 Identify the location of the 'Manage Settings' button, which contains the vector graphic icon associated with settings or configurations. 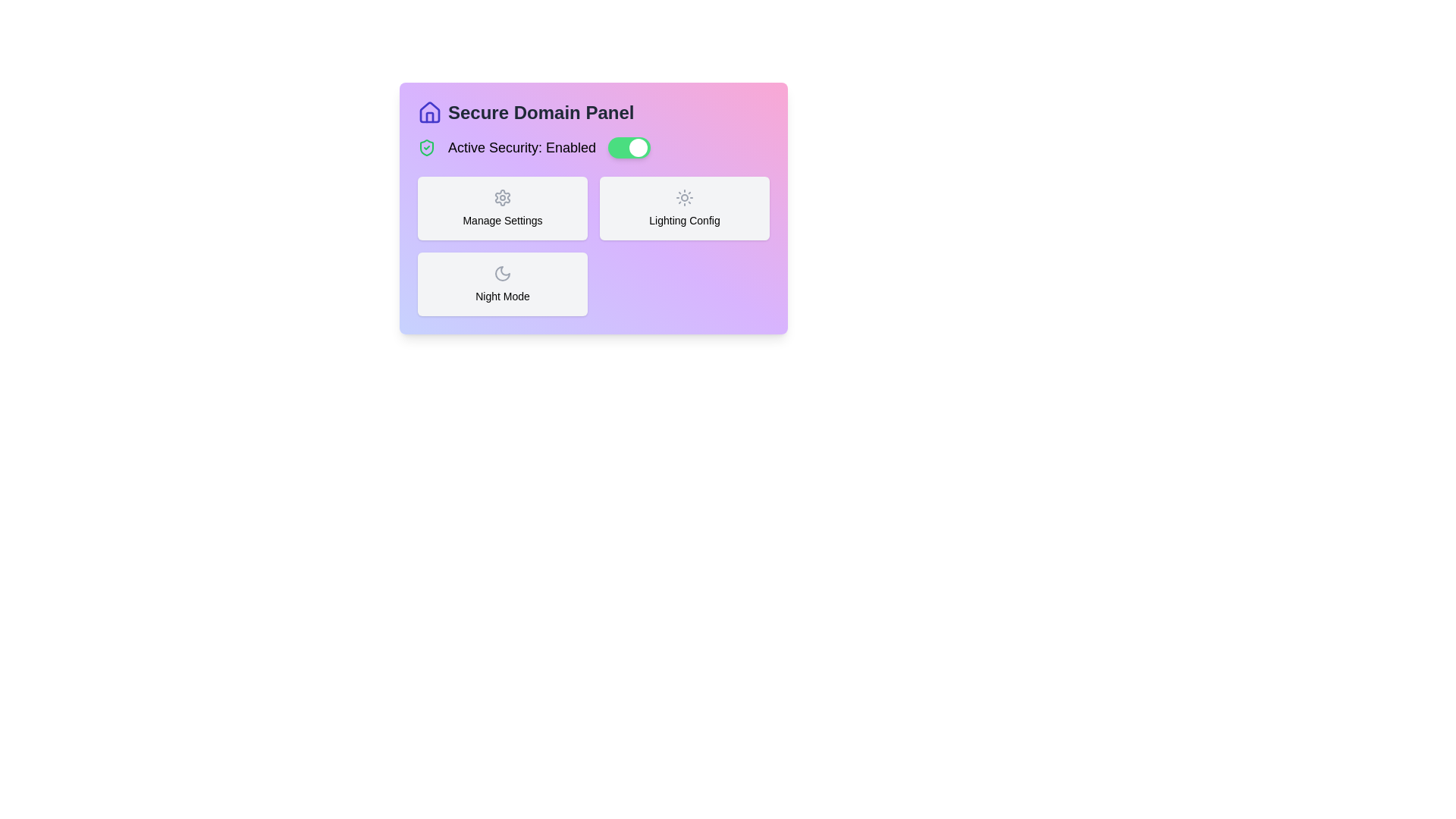
(502, 197).